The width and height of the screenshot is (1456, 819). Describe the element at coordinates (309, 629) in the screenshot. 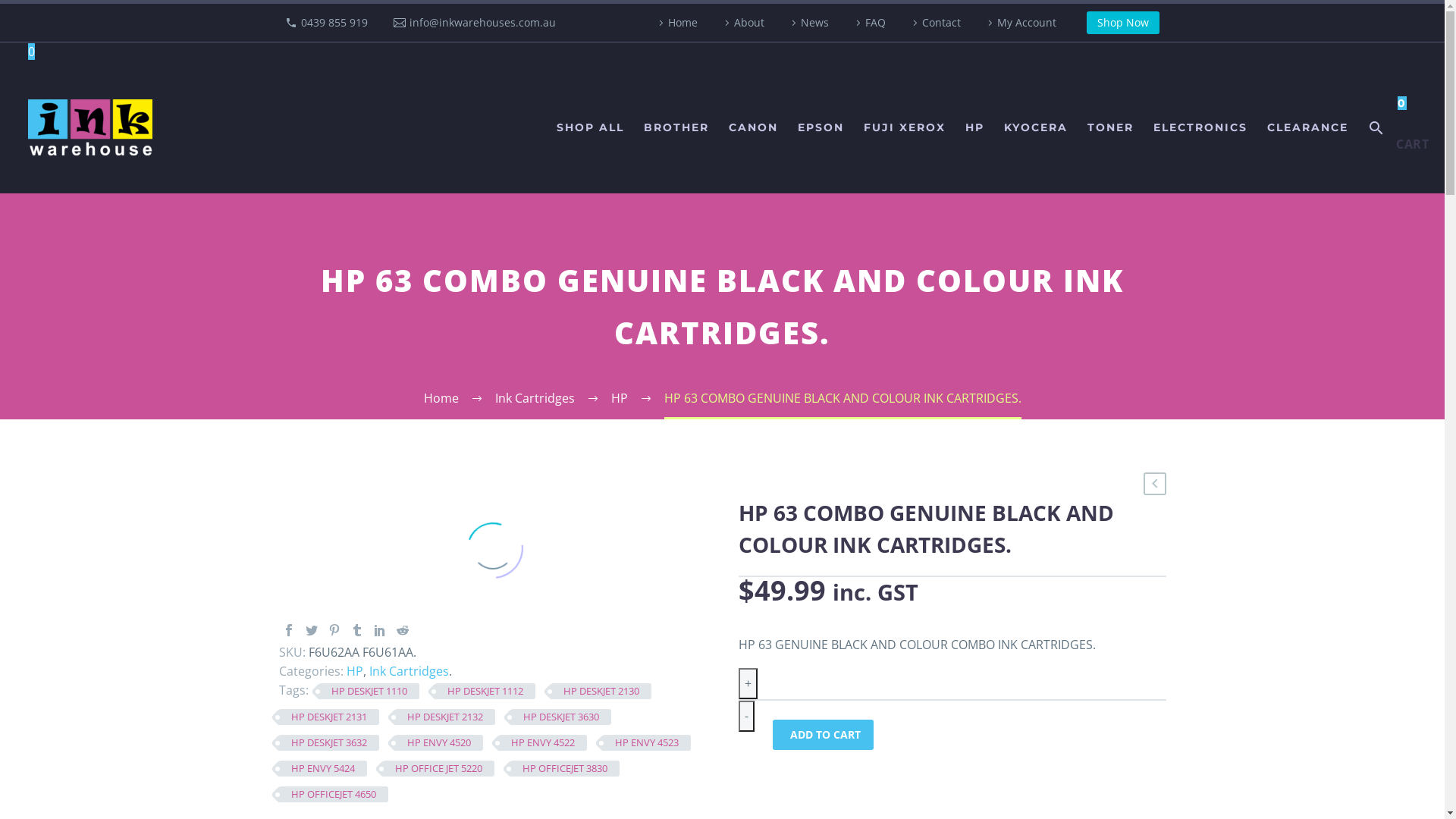

I see `'Twitter'` at that location.